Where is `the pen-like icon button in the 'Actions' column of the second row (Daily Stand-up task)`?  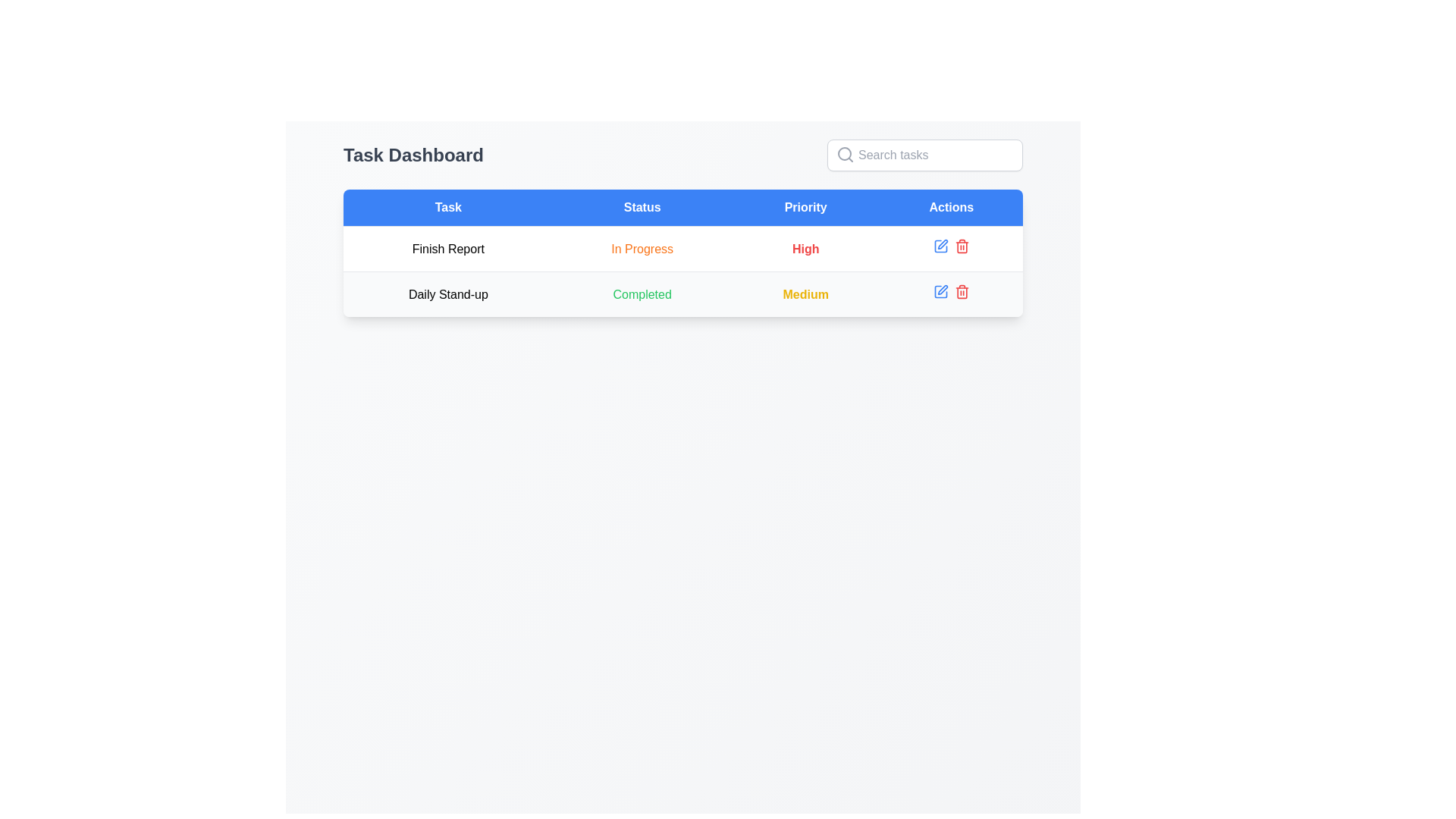 the pen-like icon button in the 'Actions' column of the second row (Daily Stand-up task) is located at coordinates (942, 290).